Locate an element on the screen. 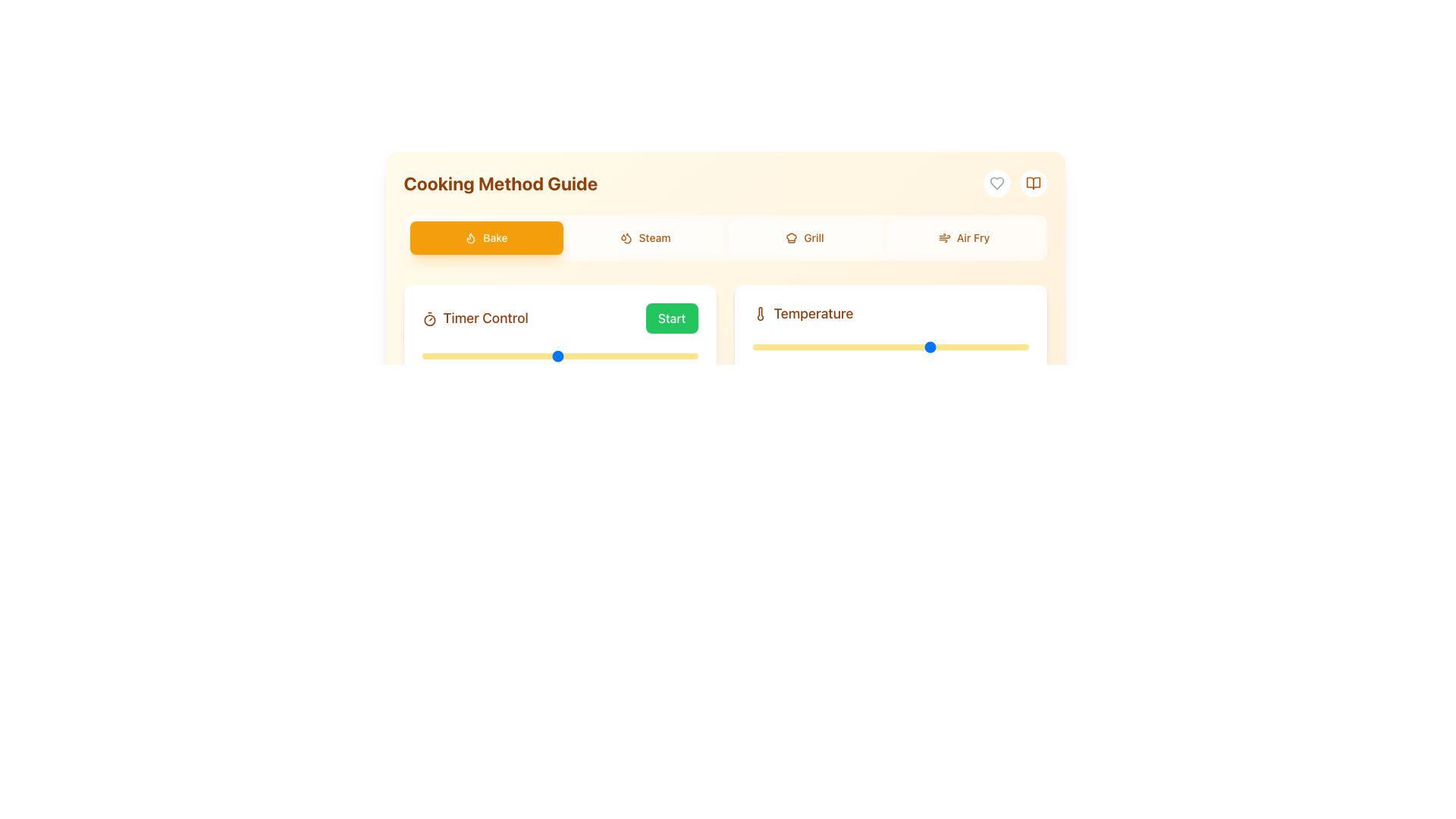 The width and height of the screenshot is (1456, 819). the temperature slider is located at coordinates (843, 347).